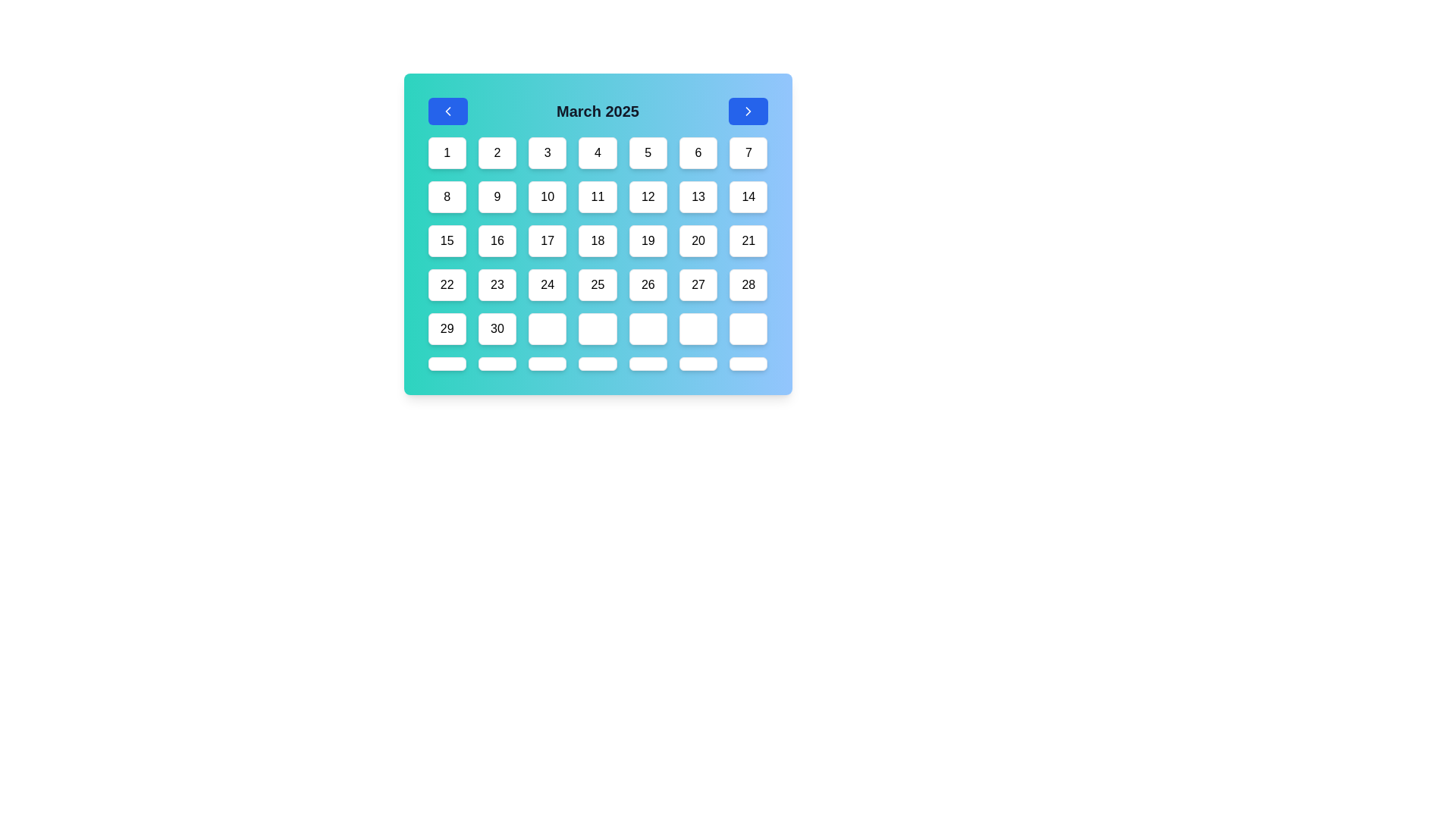 The width and height of the screenshot is (1456, 819). Describe the element at coordinates (597, 152) in the screenshot. I see `the Date element in the calendar grid, which is a square with a white background and rounded corners containing the number '4'` at that location.